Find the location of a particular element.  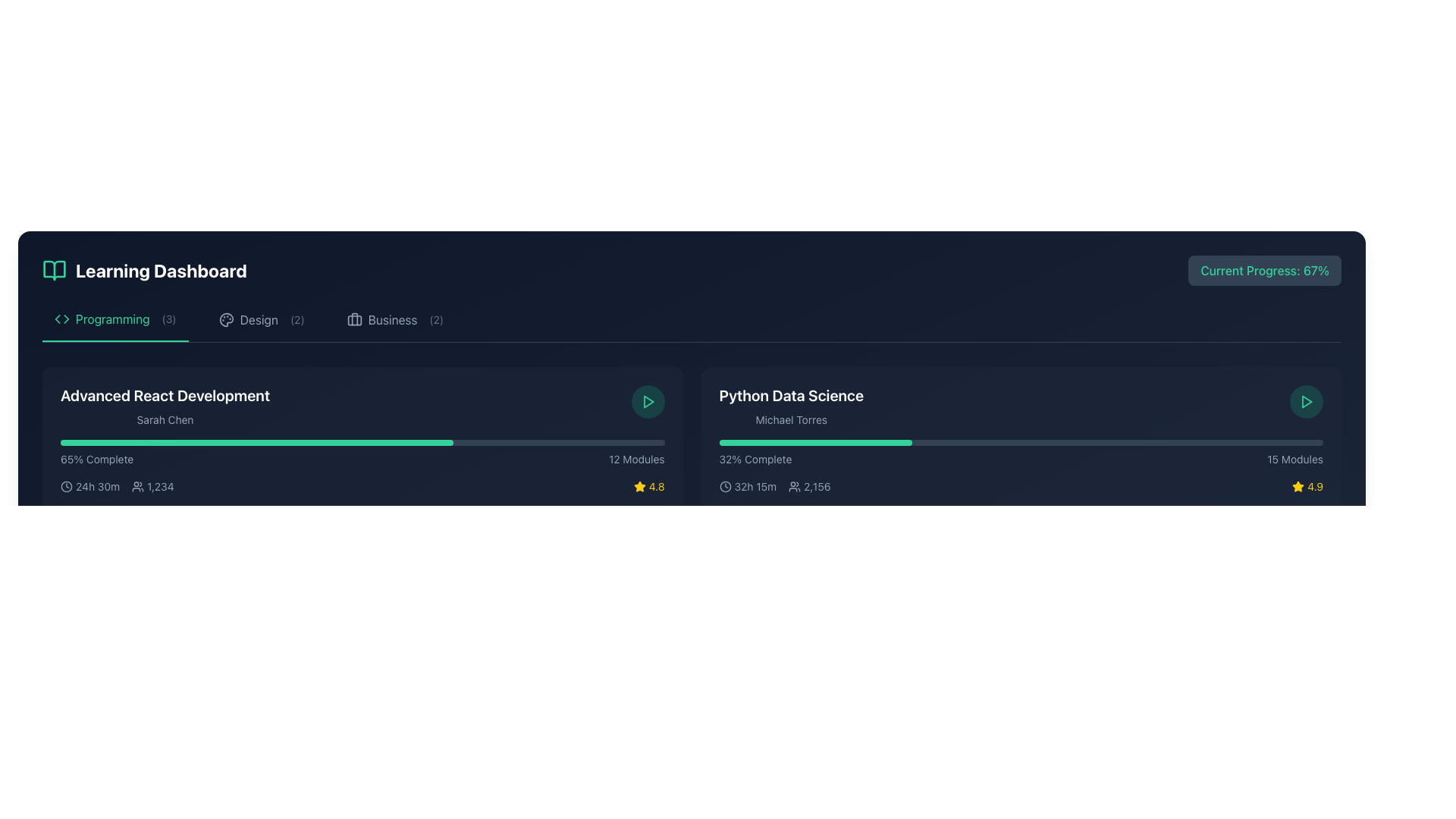

the text label displaying the course title 'Python Data Science' located at the top of its card in the Programming category of the learning dashboard is located at coordinates (790, 394).